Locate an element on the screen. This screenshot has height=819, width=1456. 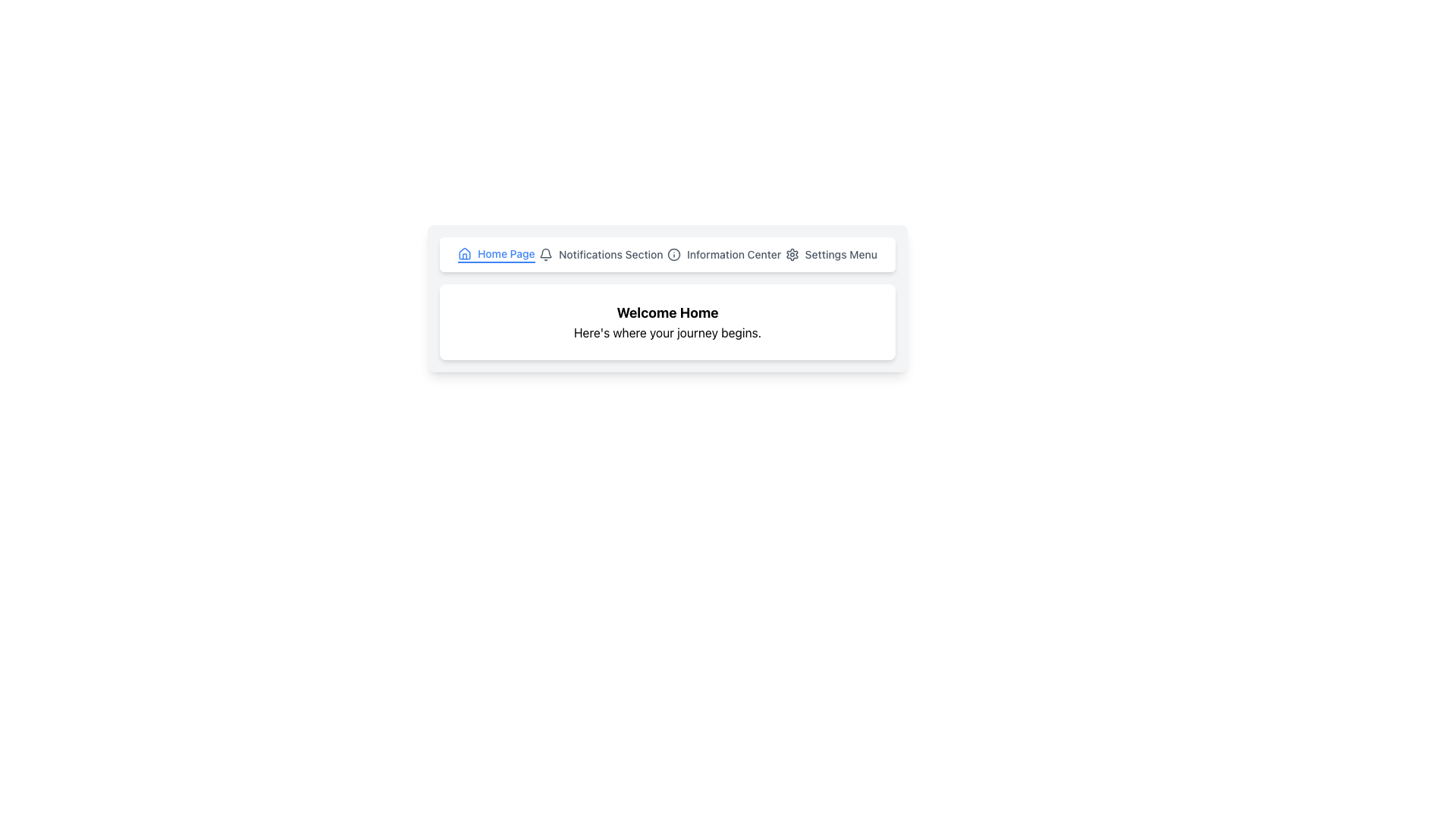
the notifications button in the top navigation bar is located at coordinates (600, 253).